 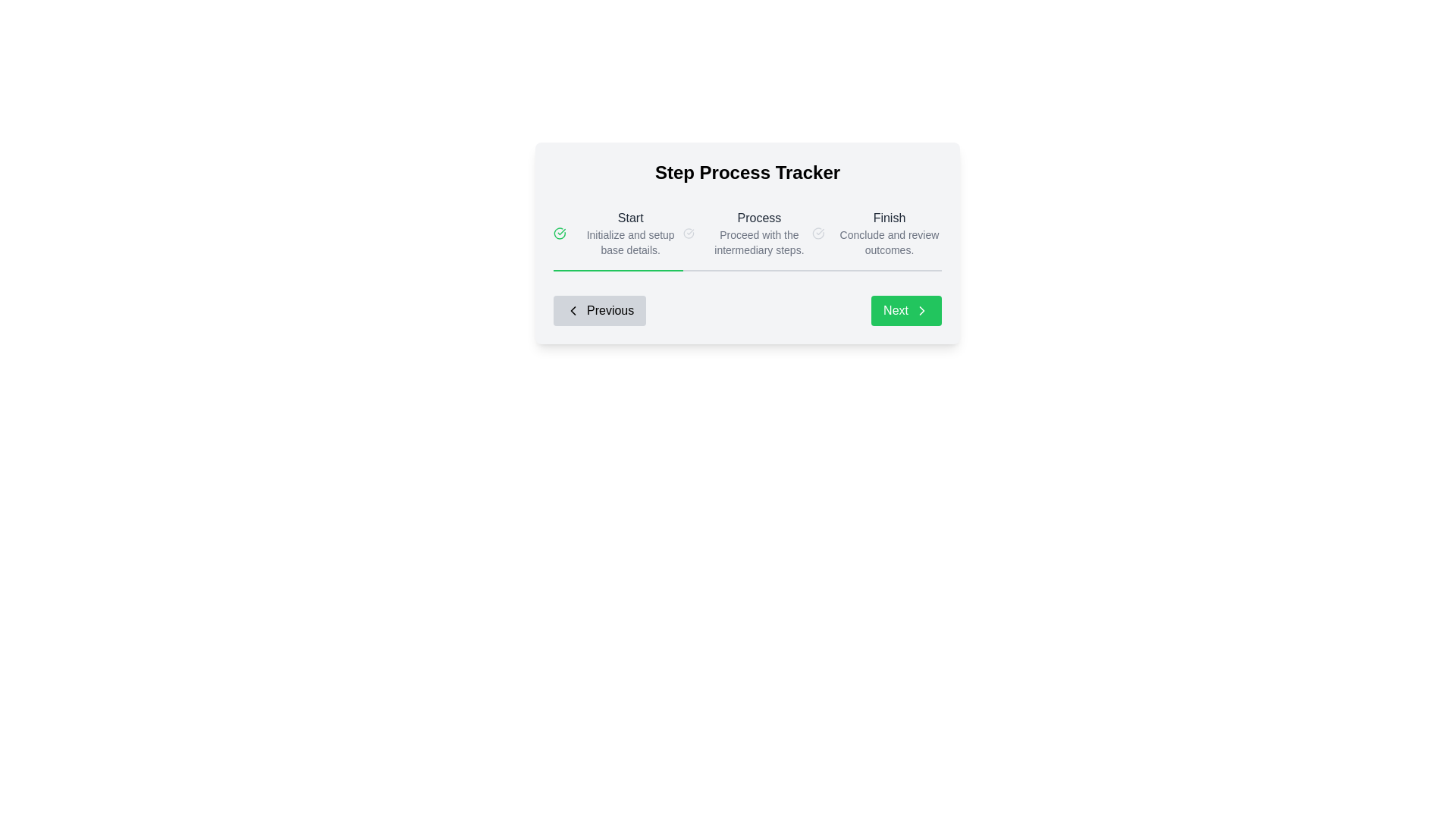 I want to click on the 'Previous' button with a gray background and left-facing arrow icon, so click(x=599, y=309).